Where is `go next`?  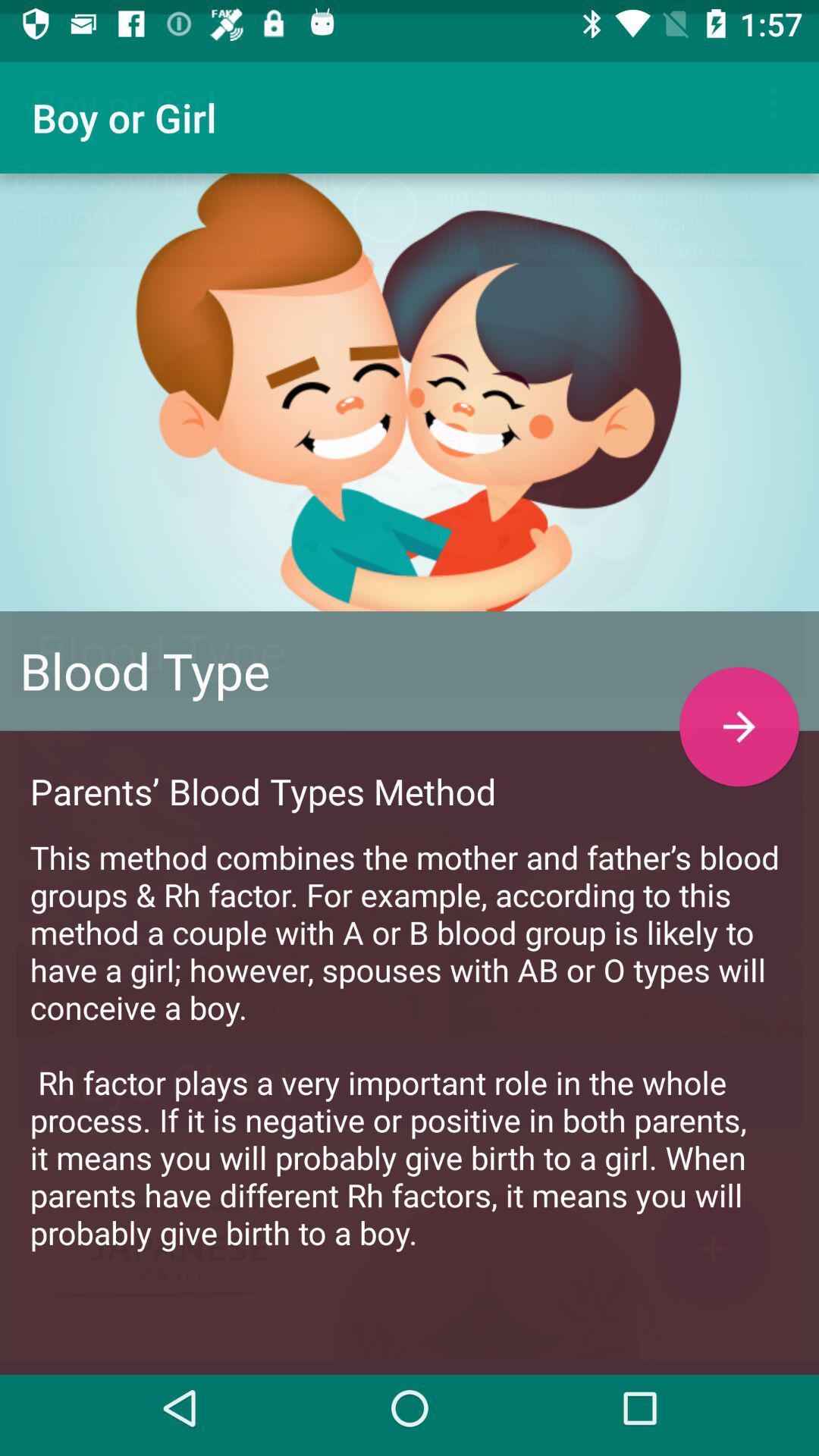
go next is located at coordinates (739, 711).